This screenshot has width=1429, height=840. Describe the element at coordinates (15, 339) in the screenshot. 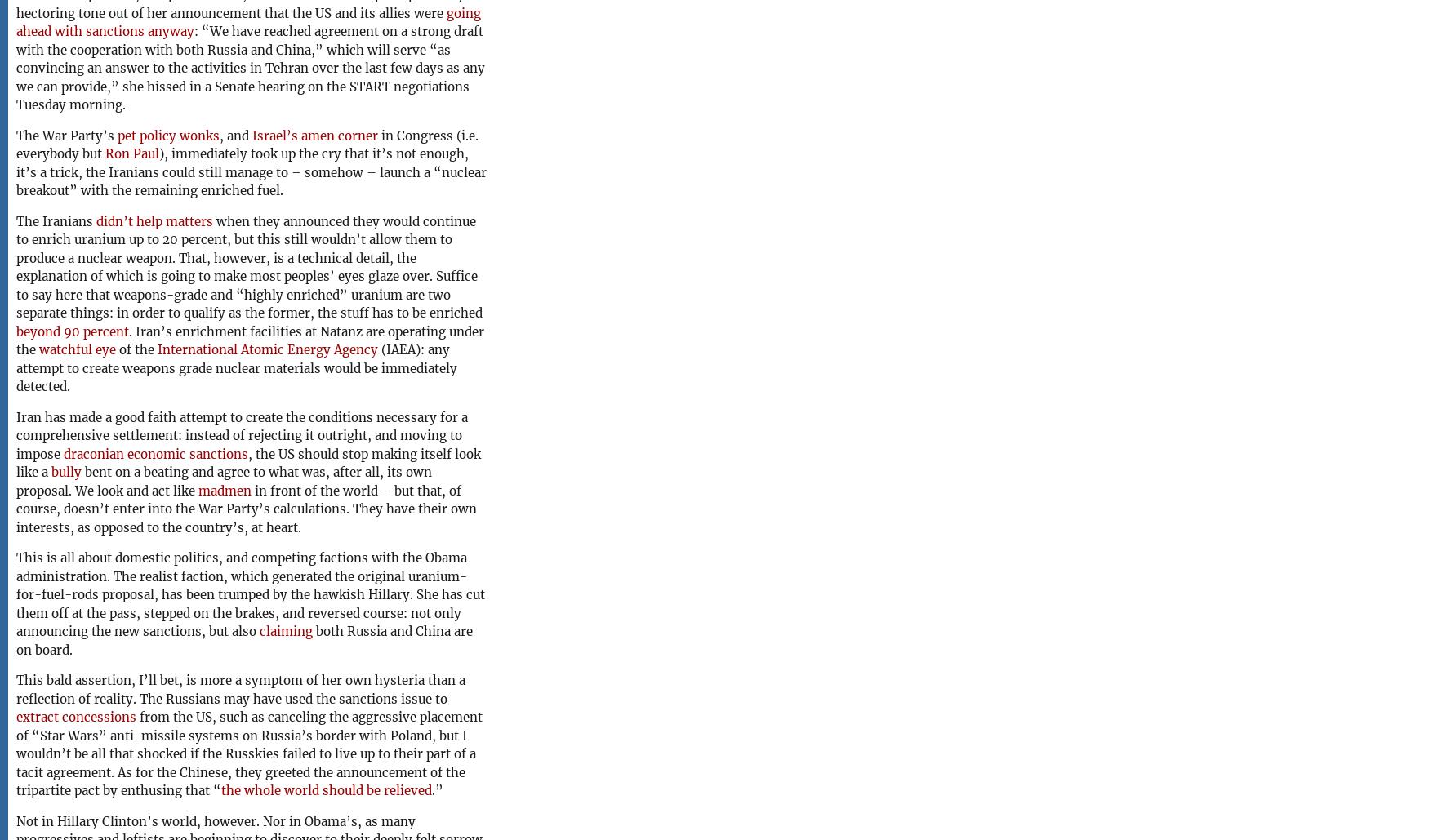

I see `'.
Iran’s enrichment facilities at Natanz are operating under the'` at that location.